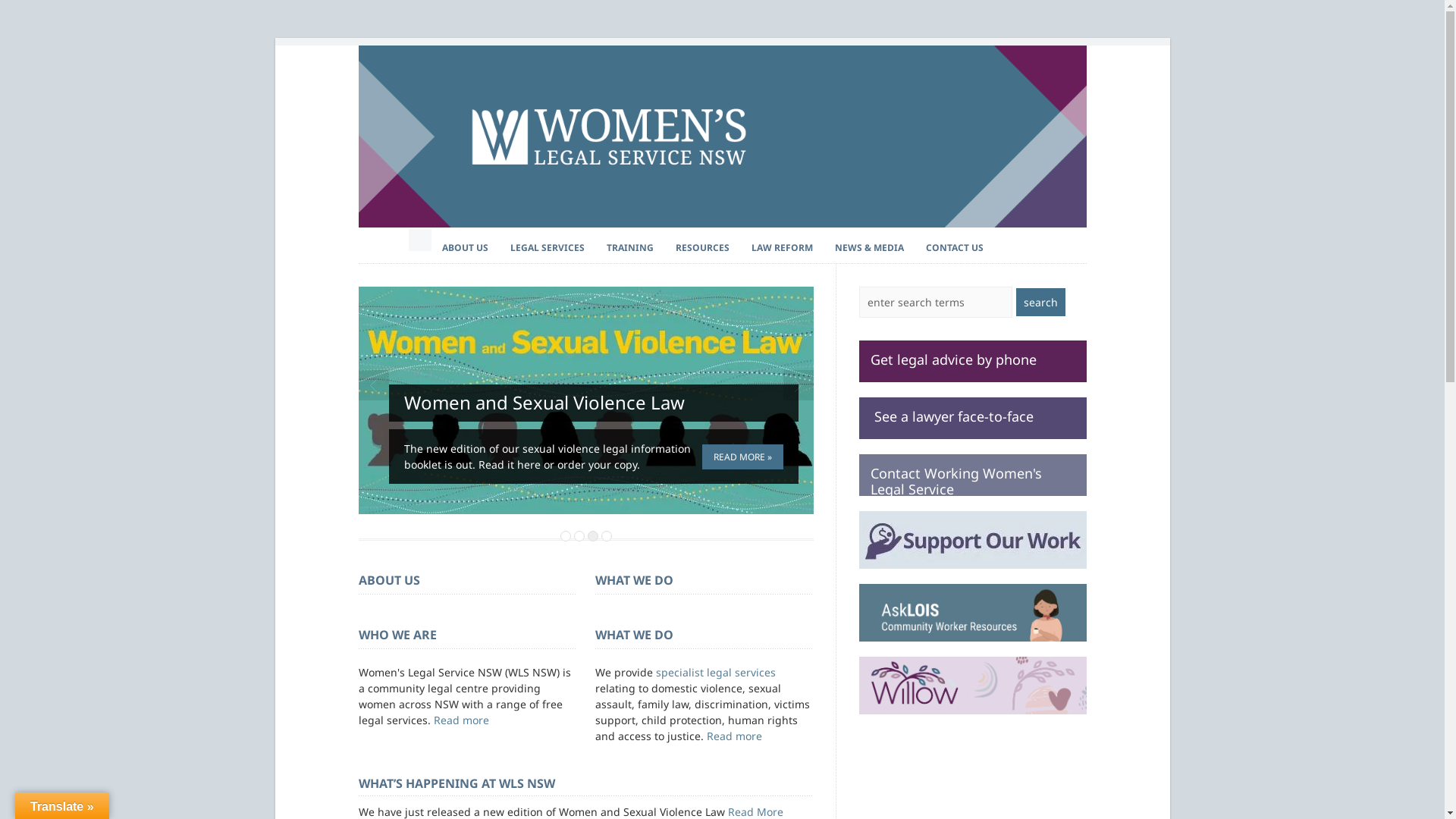 This screenshot has height=819, width=1456. What do you see at coordinates (739, 247) in the screenshot?
I see `'LAW REFORM'` at bounding box center [739, 247].